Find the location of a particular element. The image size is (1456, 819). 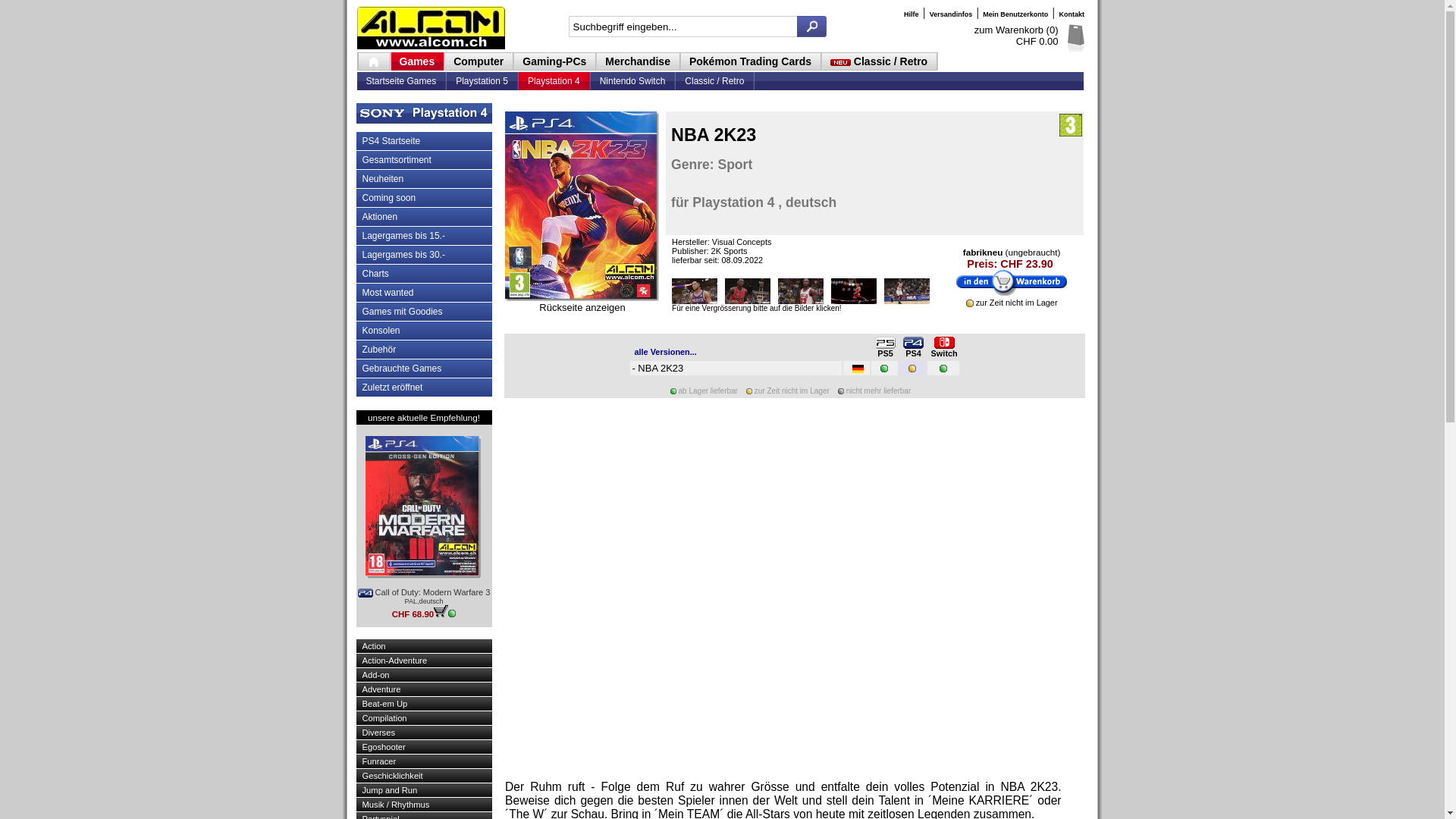

'Konsolen' is located at coordinates (356, 329).